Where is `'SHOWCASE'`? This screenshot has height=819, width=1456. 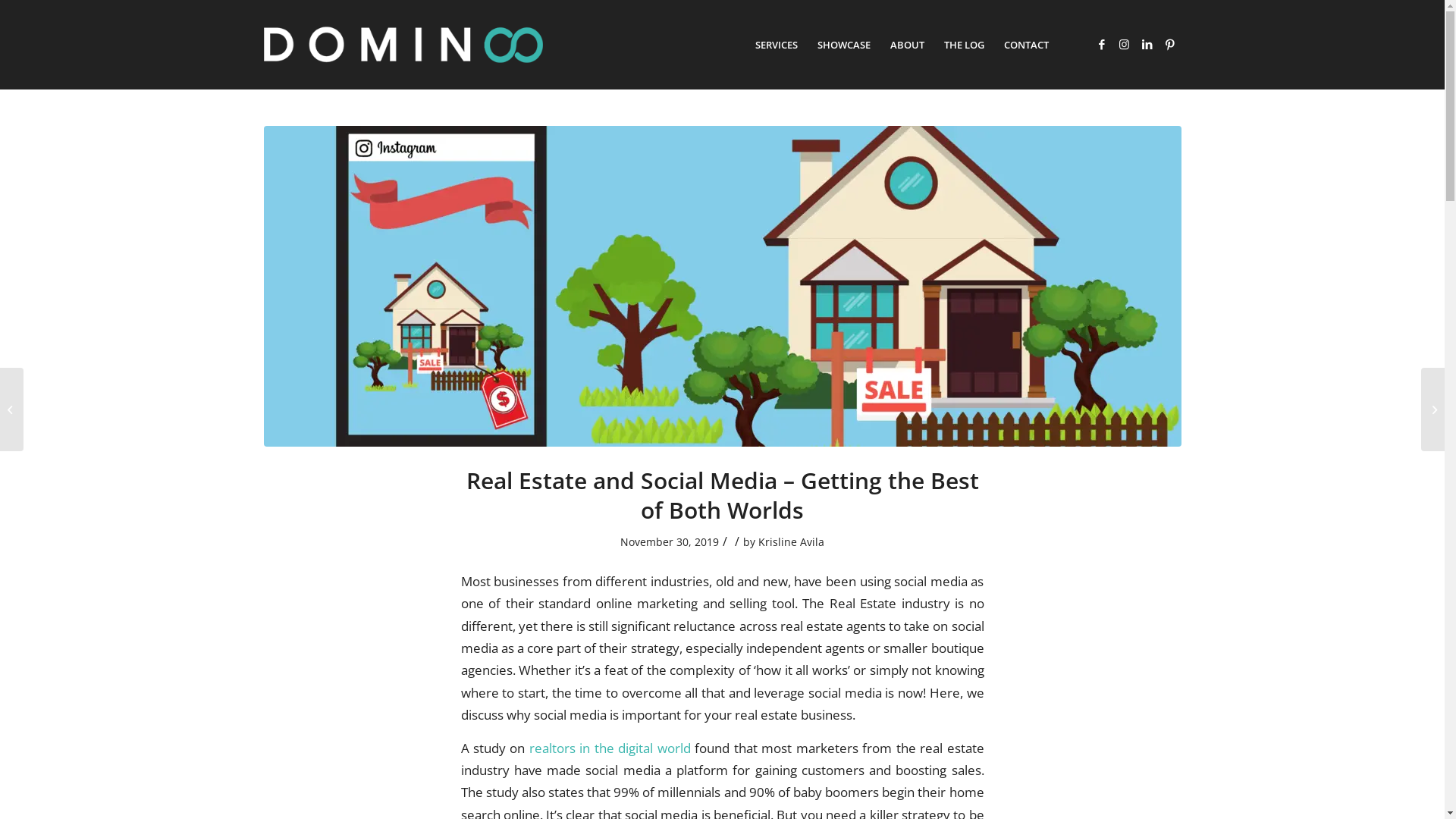 'SHOWCASE' is located at coordinates (843, 43).